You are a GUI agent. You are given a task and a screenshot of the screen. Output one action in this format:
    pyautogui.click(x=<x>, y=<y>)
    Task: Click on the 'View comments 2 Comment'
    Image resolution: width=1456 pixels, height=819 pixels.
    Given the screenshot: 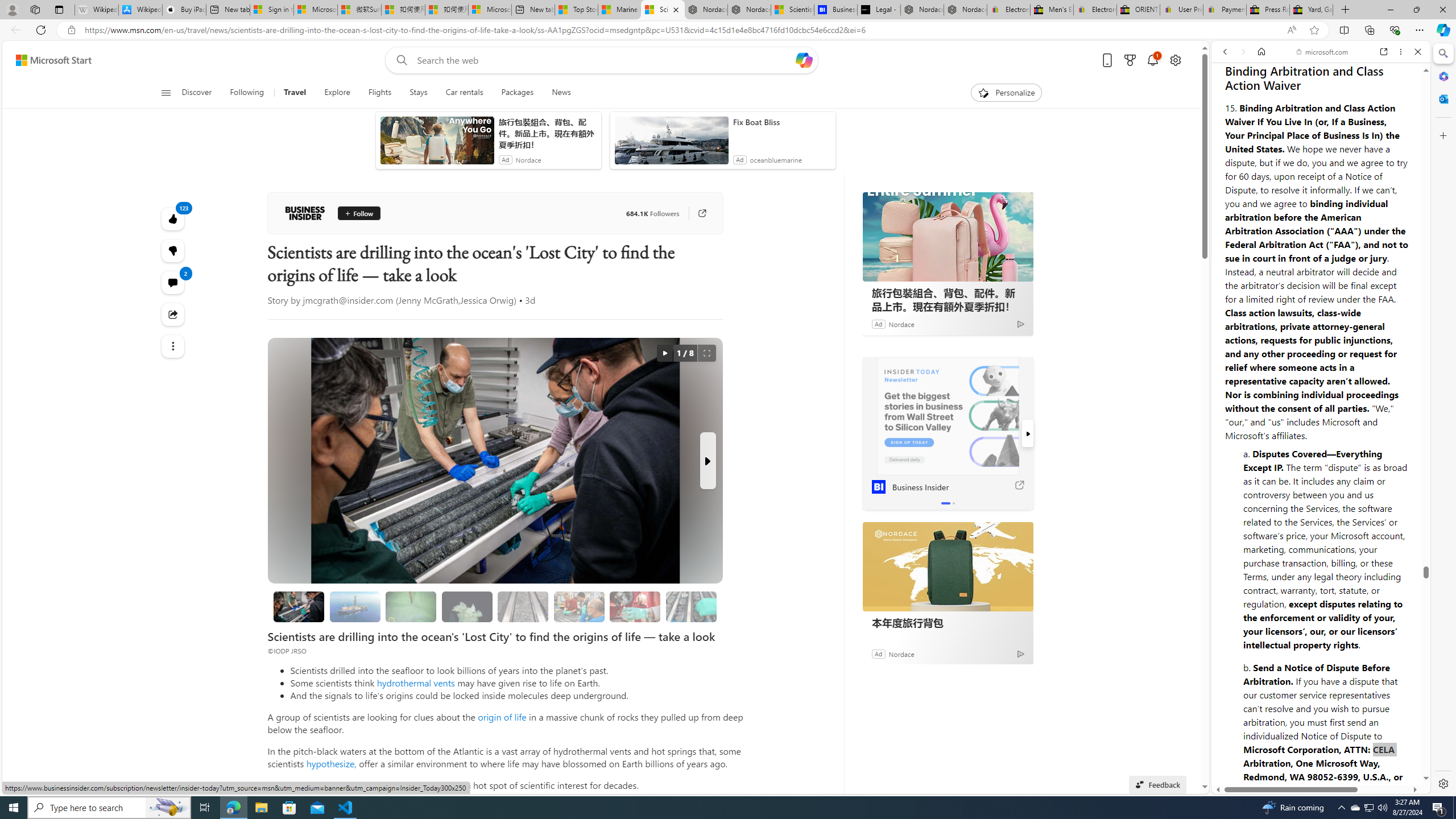 What is the action you would take?
    pyautogui.click(x=172, y=282)
    